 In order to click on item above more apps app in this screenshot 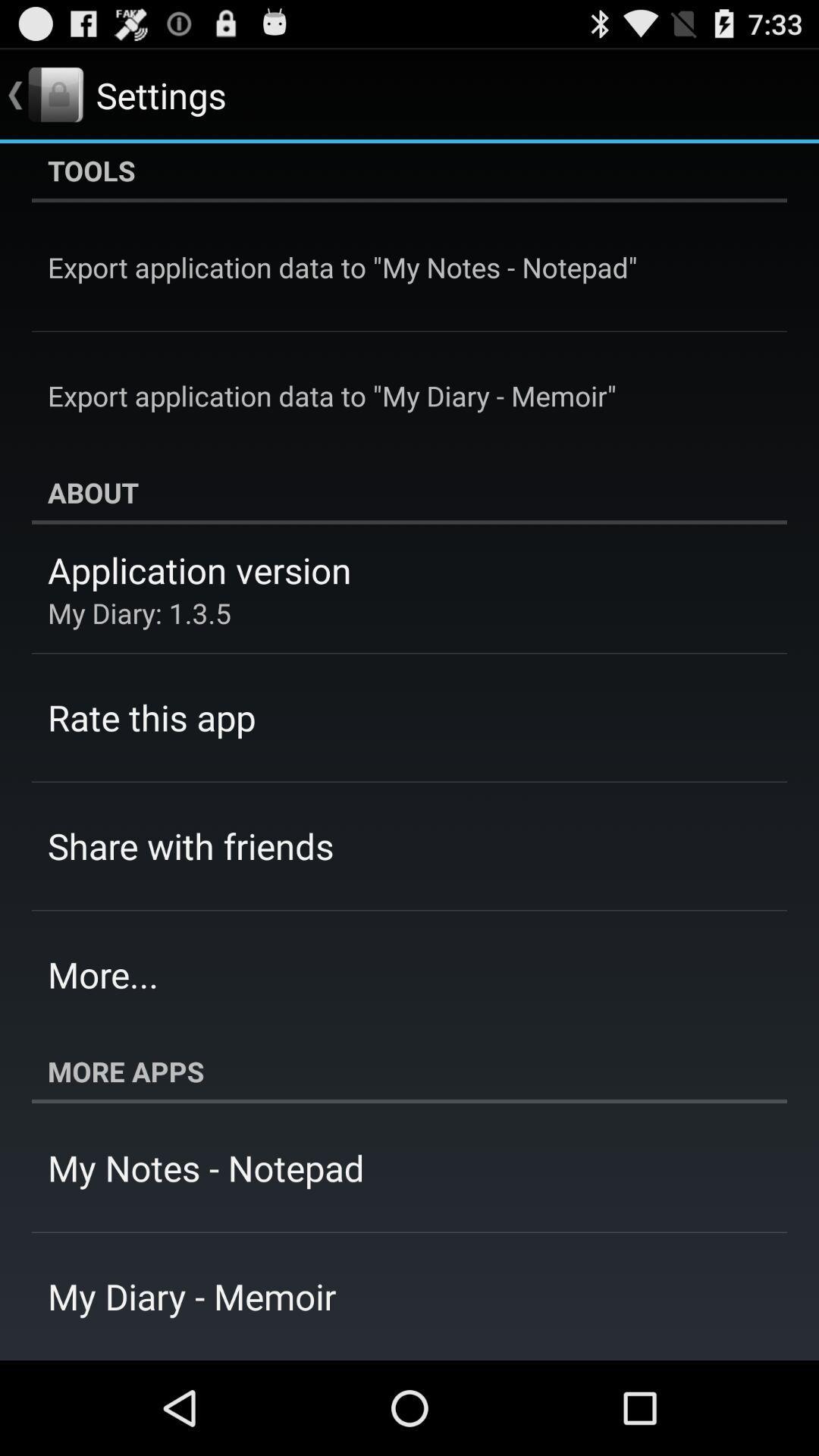, I will do `click(102, 974)`.